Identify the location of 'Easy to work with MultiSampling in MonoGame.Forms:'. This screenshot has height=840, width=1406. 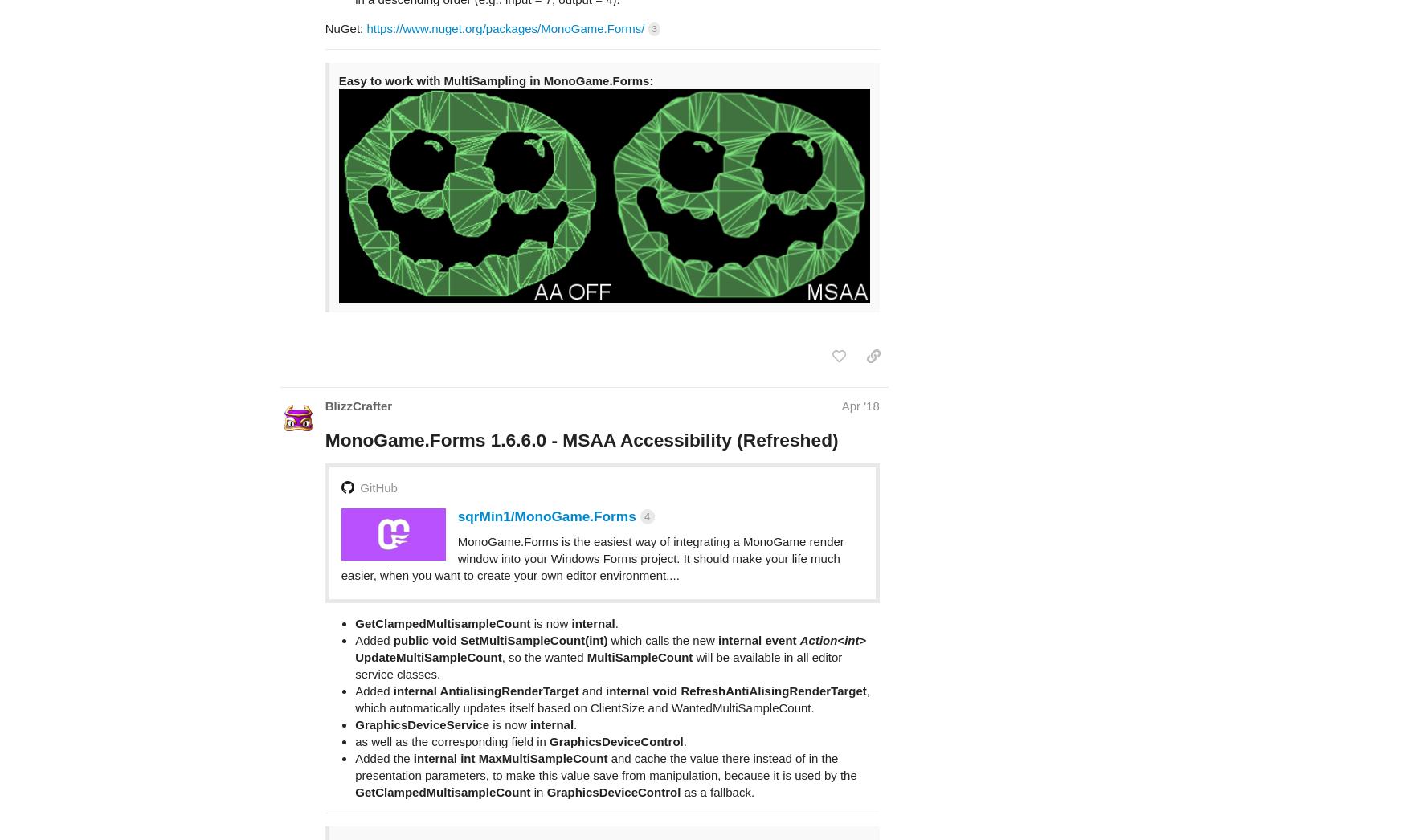
(496, 16).